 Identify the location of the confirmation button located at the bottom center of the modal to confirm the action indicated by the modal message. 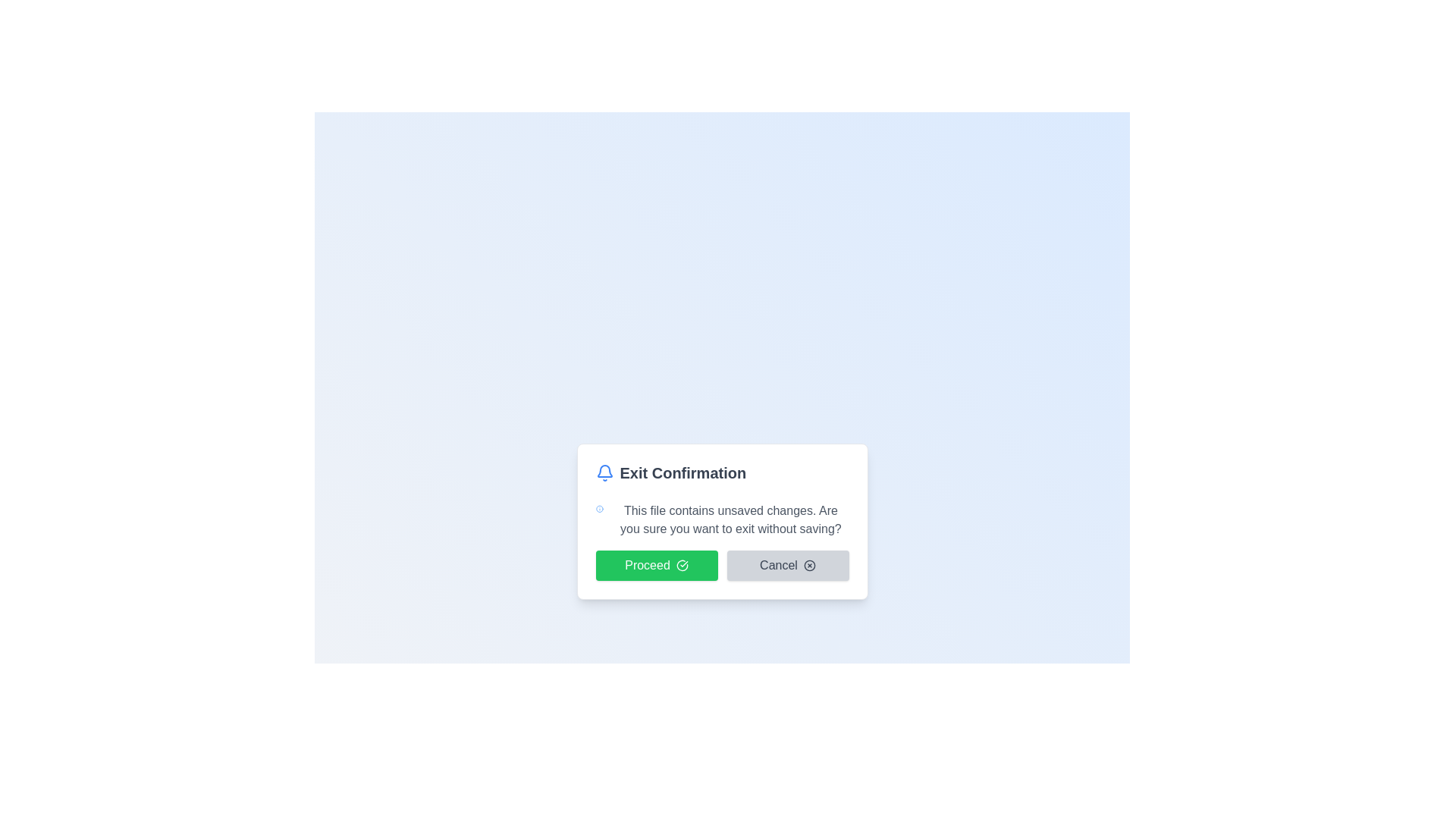
(656, 565).